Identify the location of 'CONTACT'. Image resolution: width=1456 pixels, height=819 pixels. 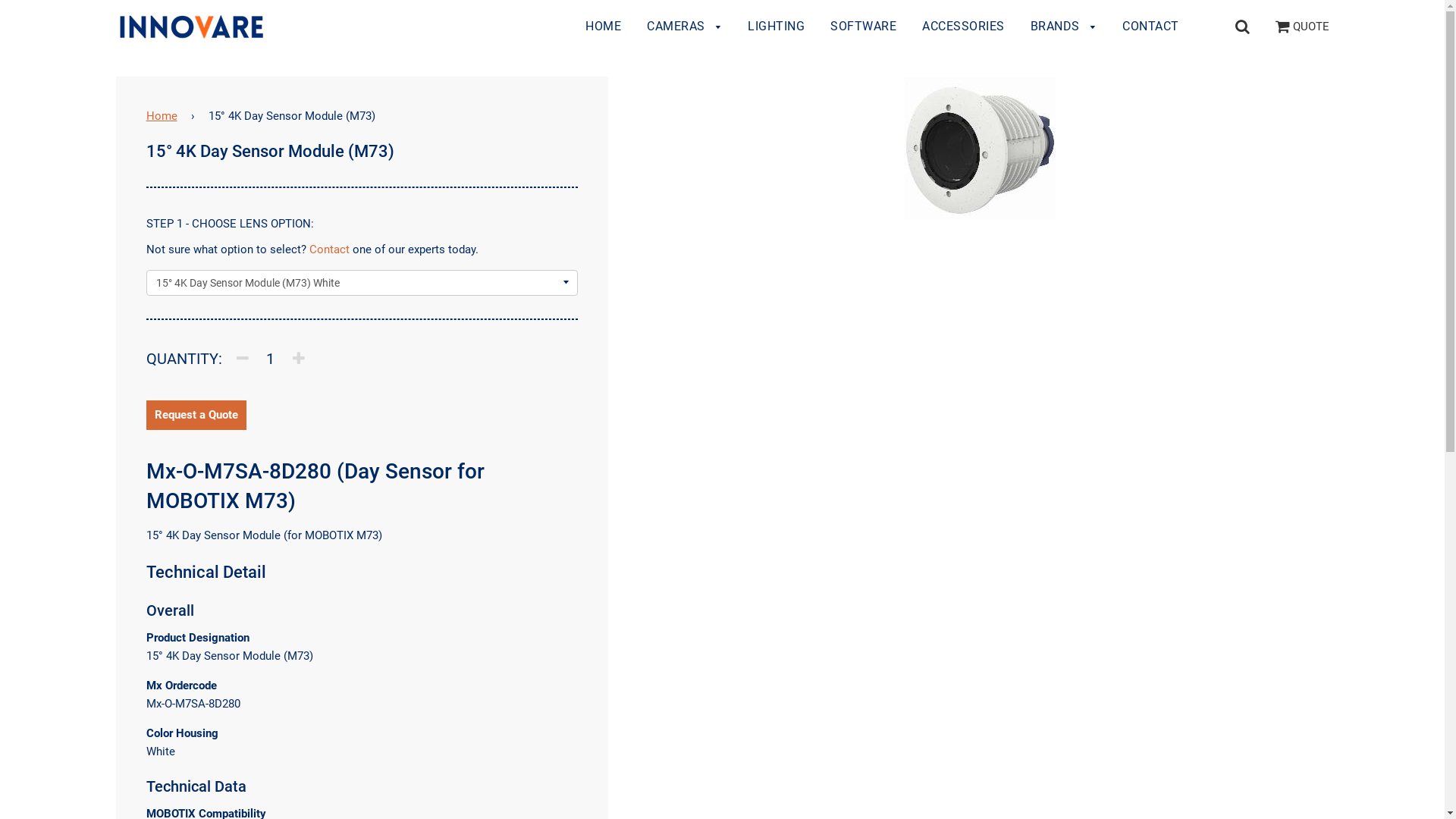
(1110, 26).